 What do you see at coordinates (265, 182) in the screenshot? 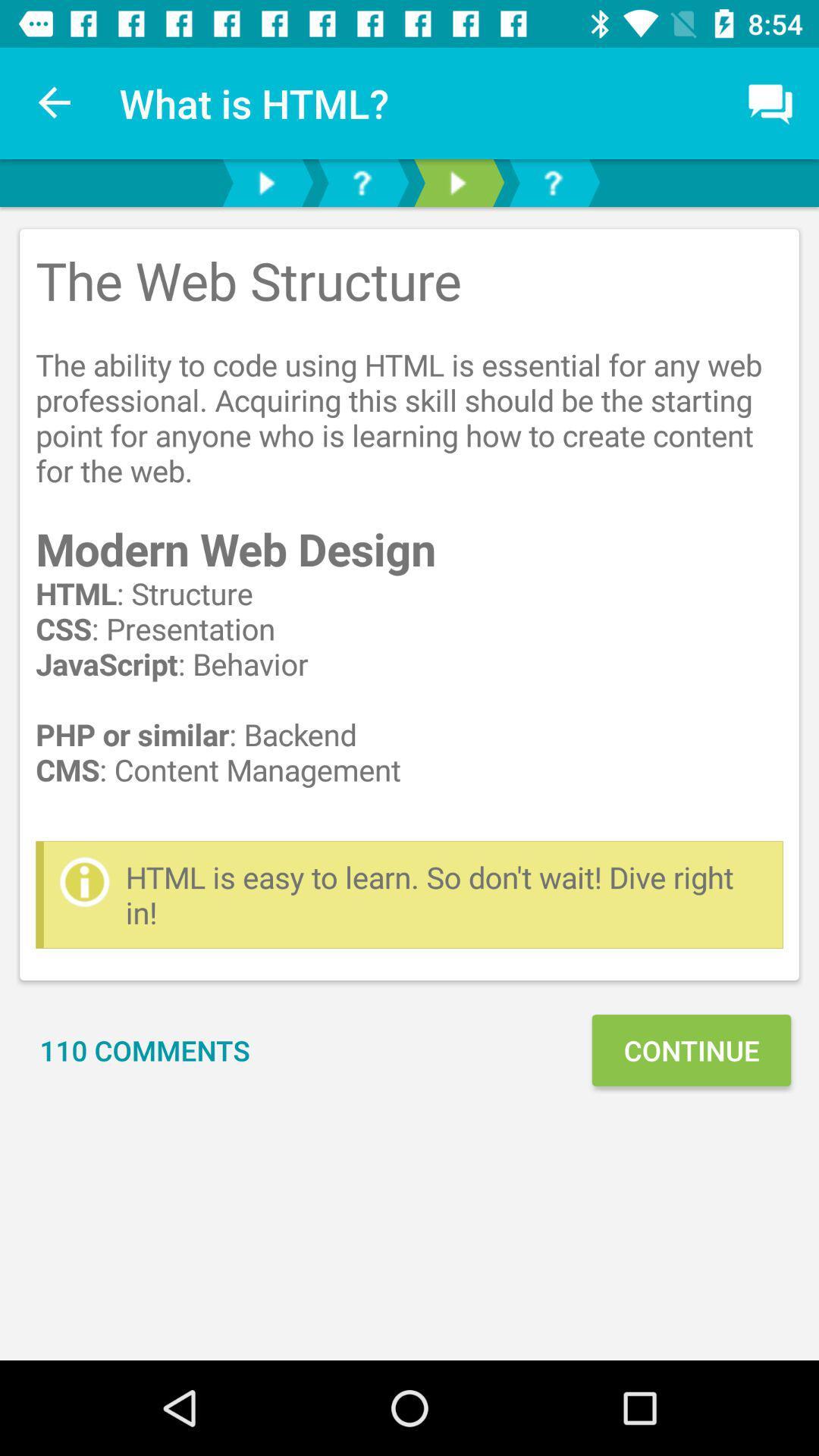
I see `see next page` at bounding box center [265, 182].